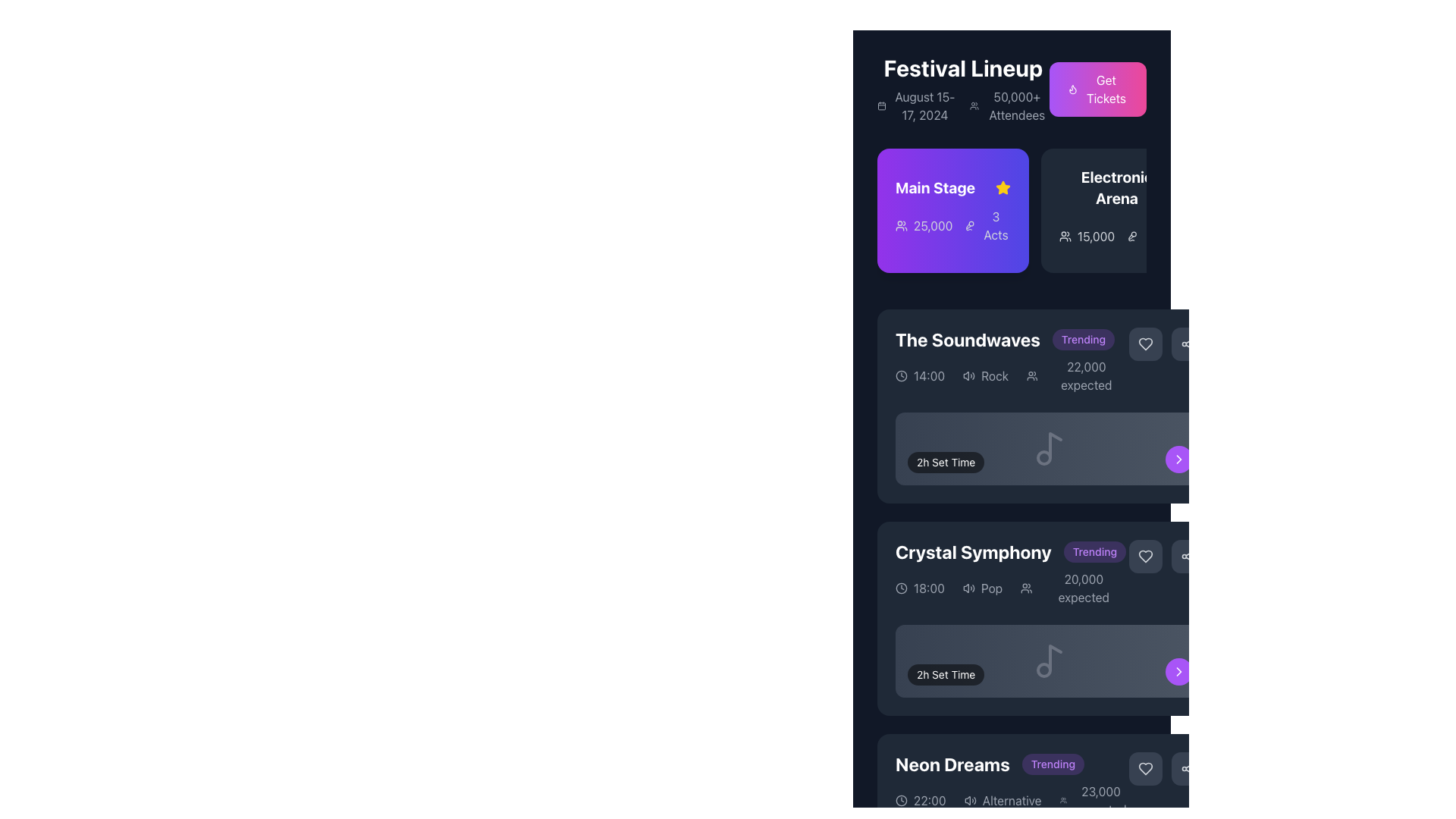 This screenshot has height=819, width=1456. I want to click on the Heart icon located in the top-right region of the 'Crystal Symphony' section, so click(1146, 556).